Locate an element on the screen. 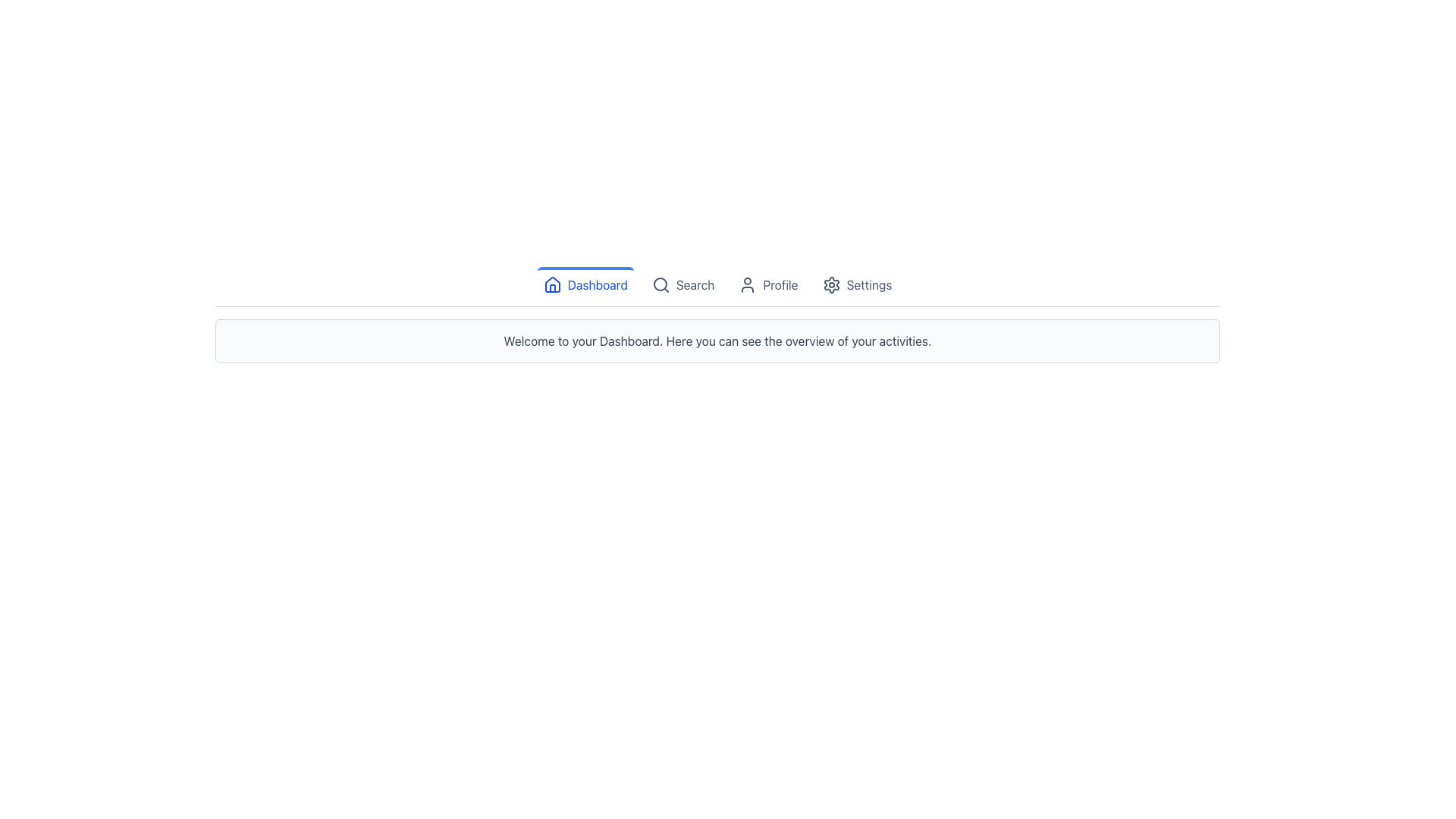  'Profile' label located in the navigation bar, which is the third item between 'Search' and 'Settings' is located at coordinates (780, 284).